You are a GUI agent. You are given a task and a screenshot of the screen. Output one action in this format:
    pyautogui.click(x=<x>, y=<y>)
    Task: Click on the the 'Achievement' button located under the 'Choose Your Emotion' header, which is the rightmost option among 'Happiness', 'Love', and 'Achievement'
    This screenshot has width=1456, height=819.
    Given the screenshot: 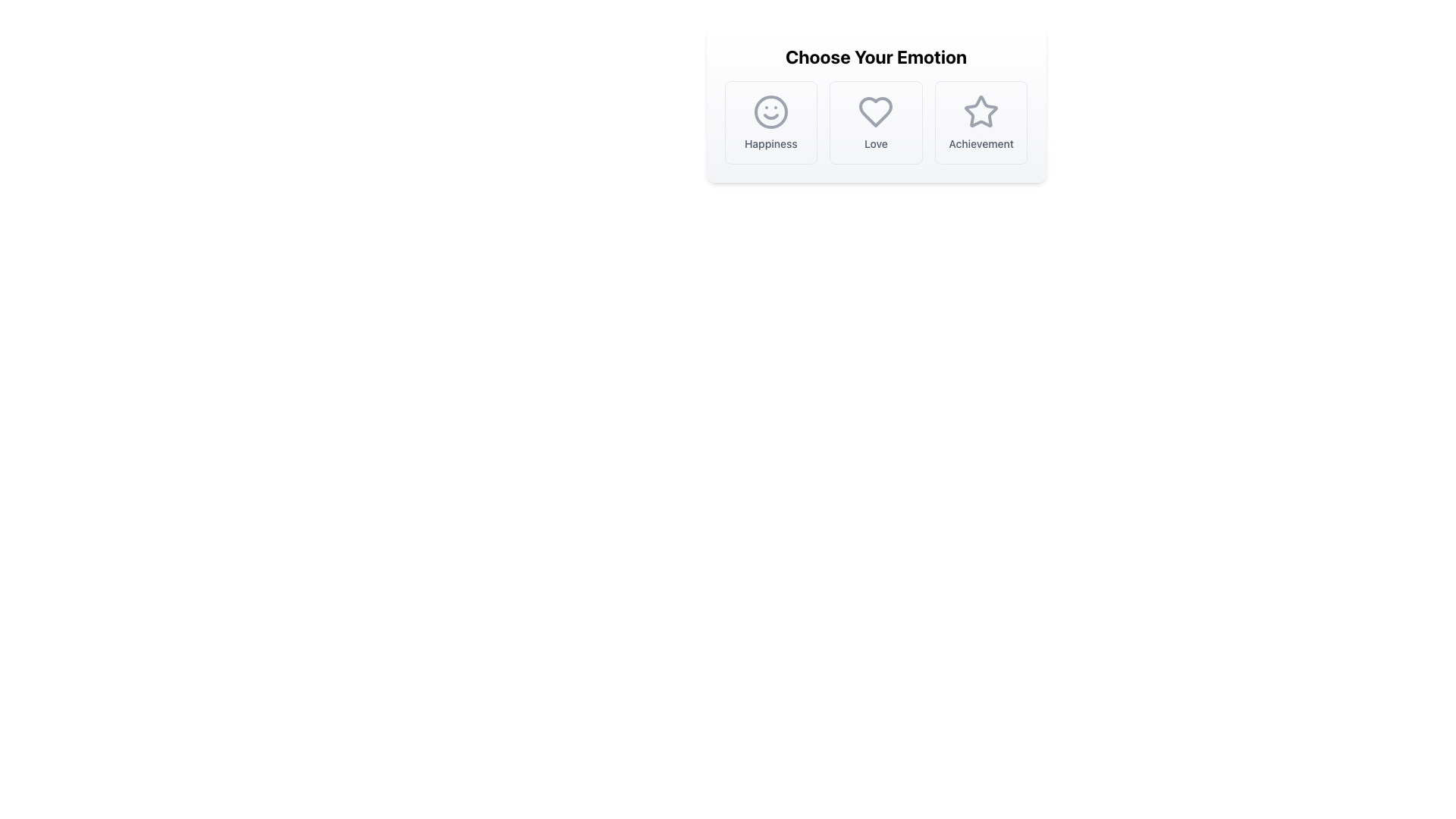 What is the action you would take?
    pyautogui.click(x=981, y=122)
    